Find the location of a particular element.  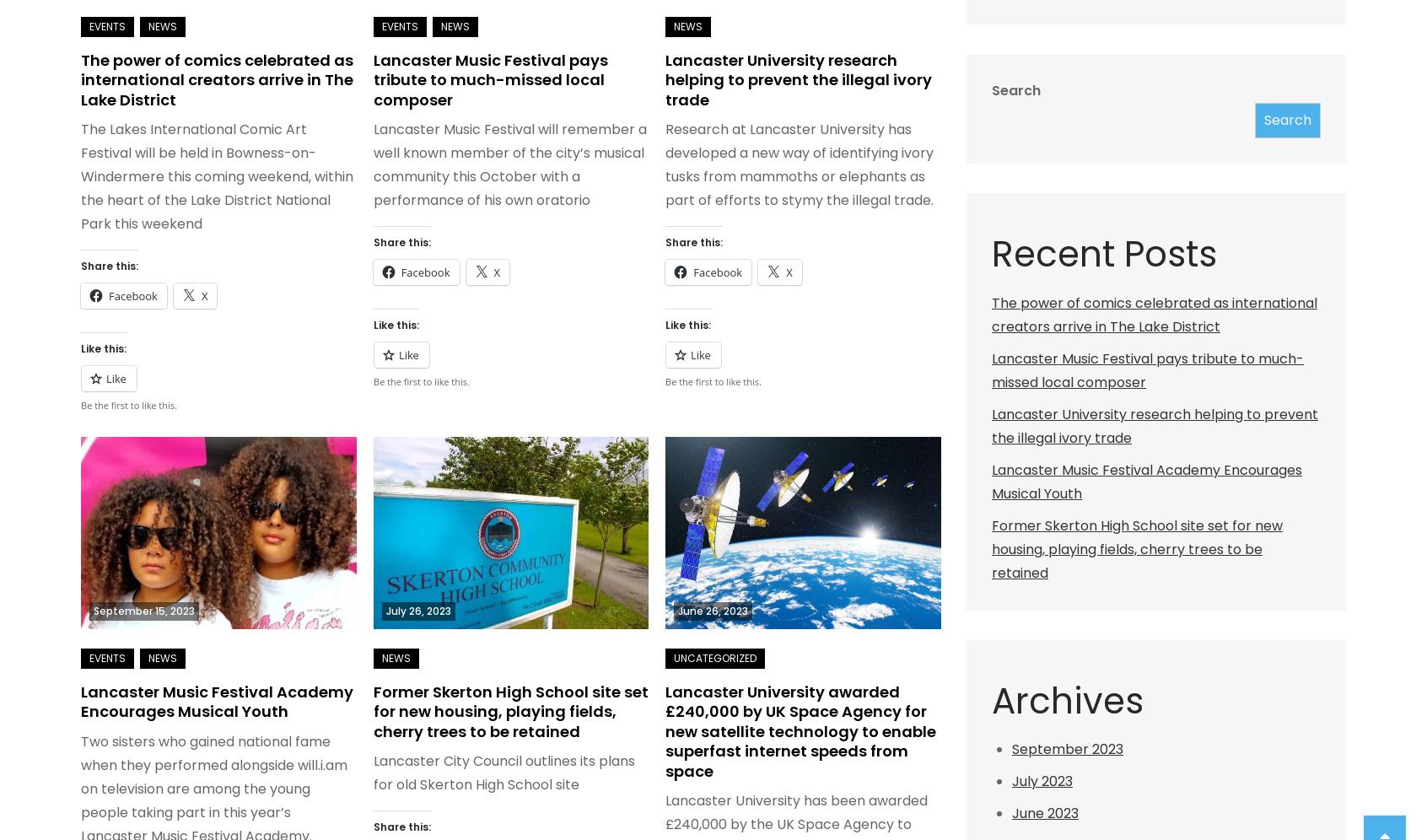

'Lancaster Music Festival will remember a well known member of the city’s musical community this October with a performance of his own oratorio' is located at coordinates (509, 164).